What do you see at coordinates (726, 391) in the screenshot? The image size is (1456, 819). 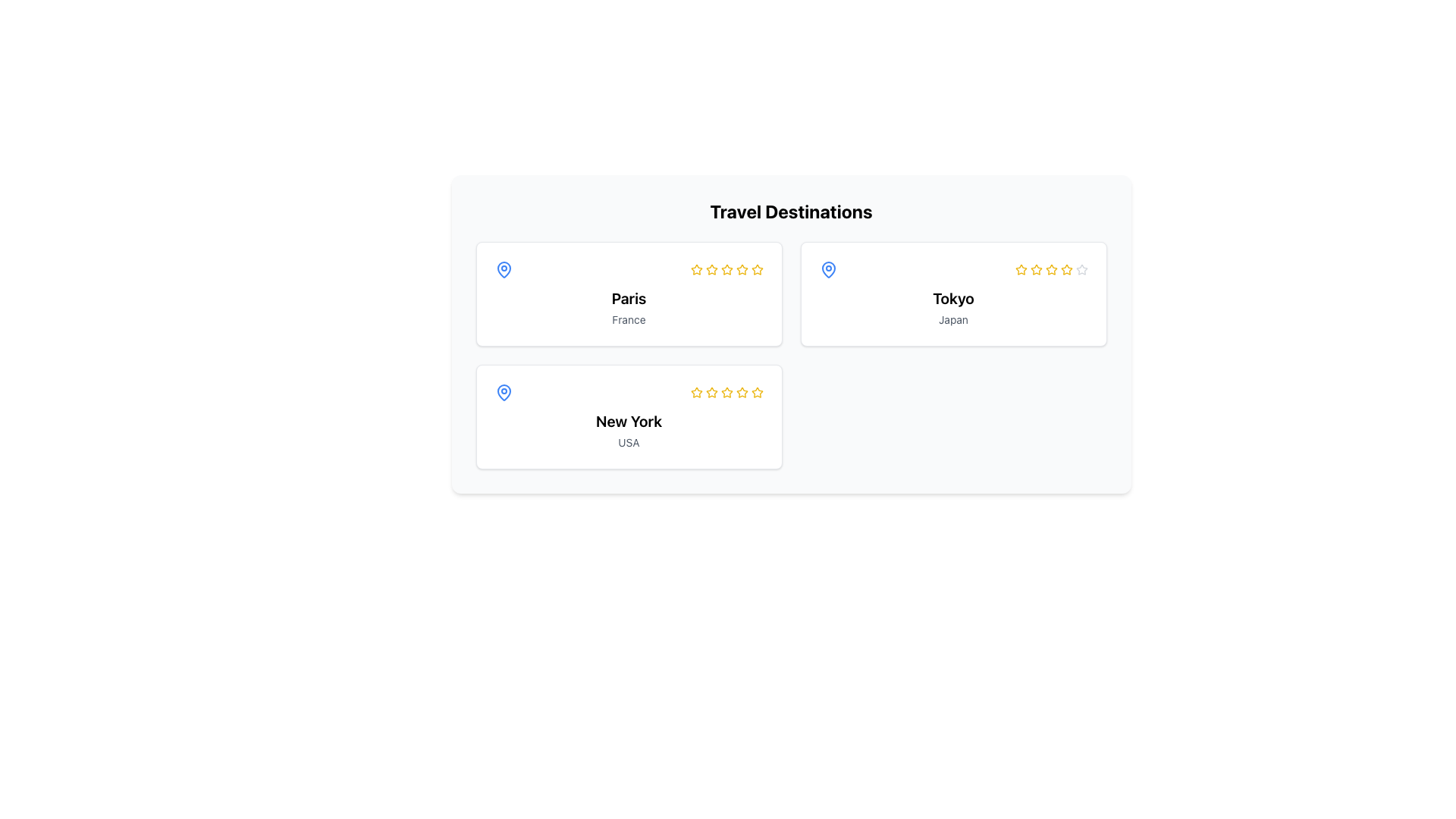 I see `the third star icon in the rating component located below 'New York' USA` at bounding box center [726, 391].